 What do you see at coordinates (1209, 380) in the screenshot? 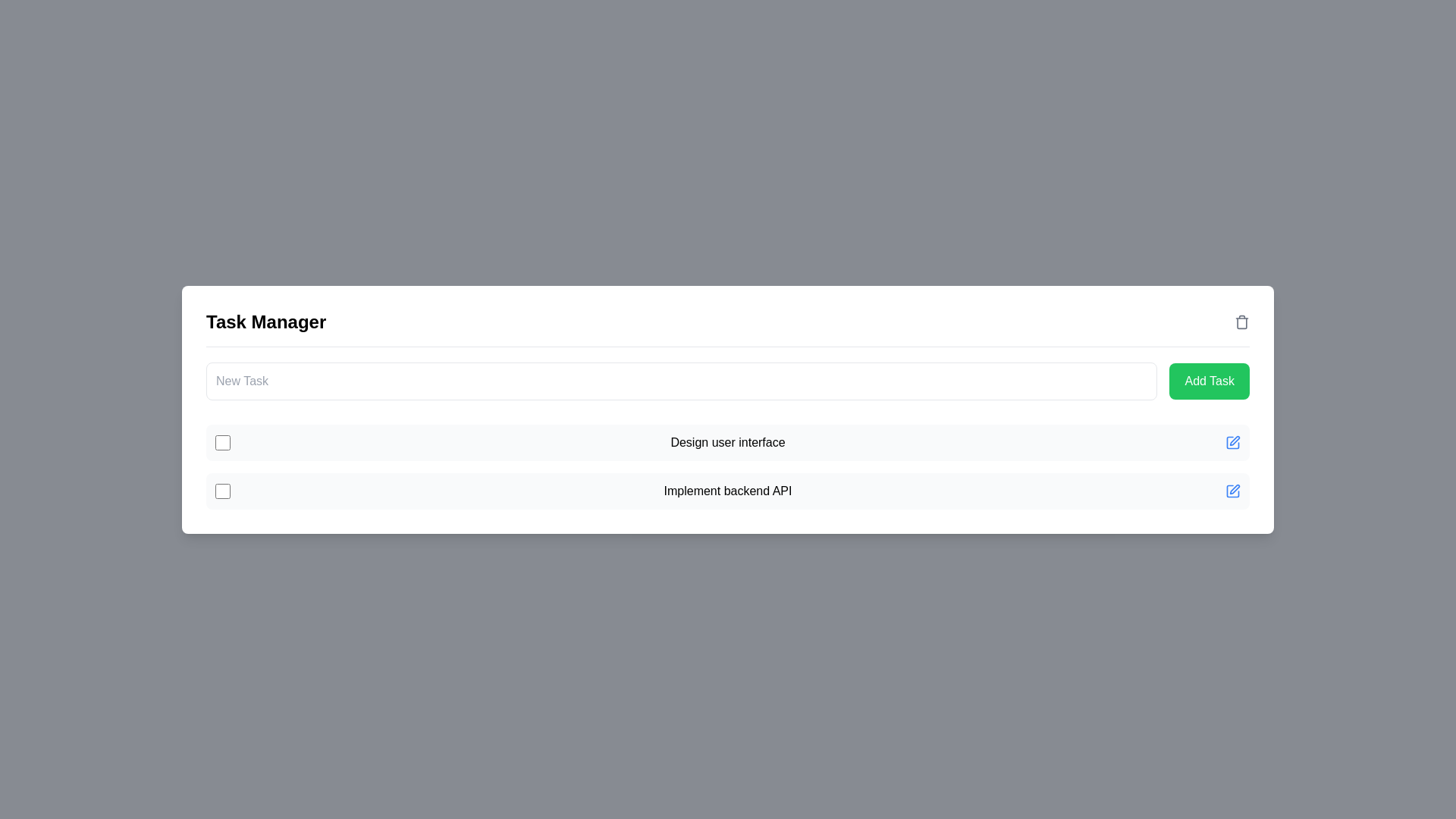
I see `the green 'Add Task' button located on the right-hand side of the task list interface` at bounding box center [1209, 380].